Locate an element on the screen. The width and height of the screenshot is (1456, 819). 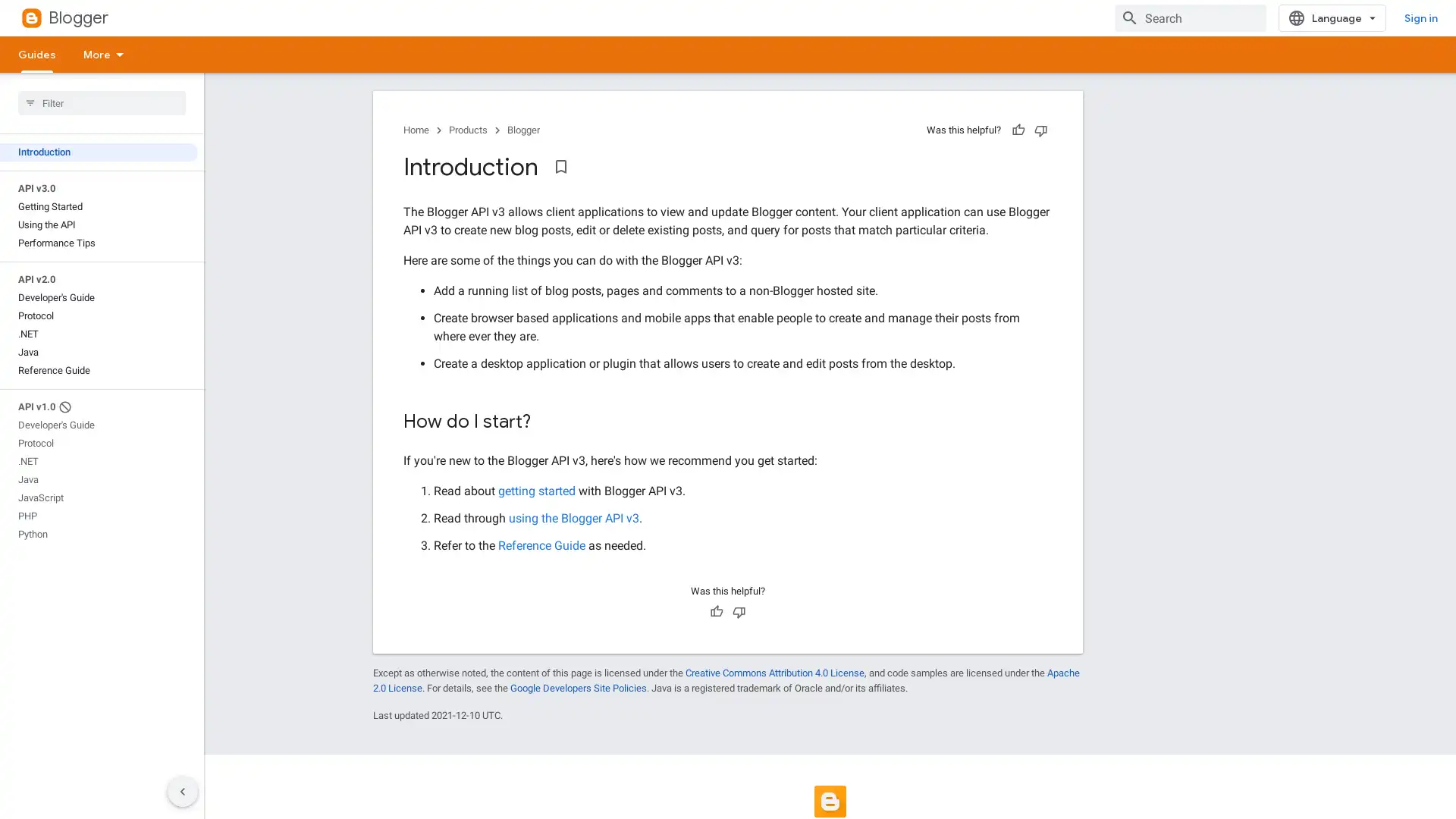
Not helpful is located at coordinates (739, 610).